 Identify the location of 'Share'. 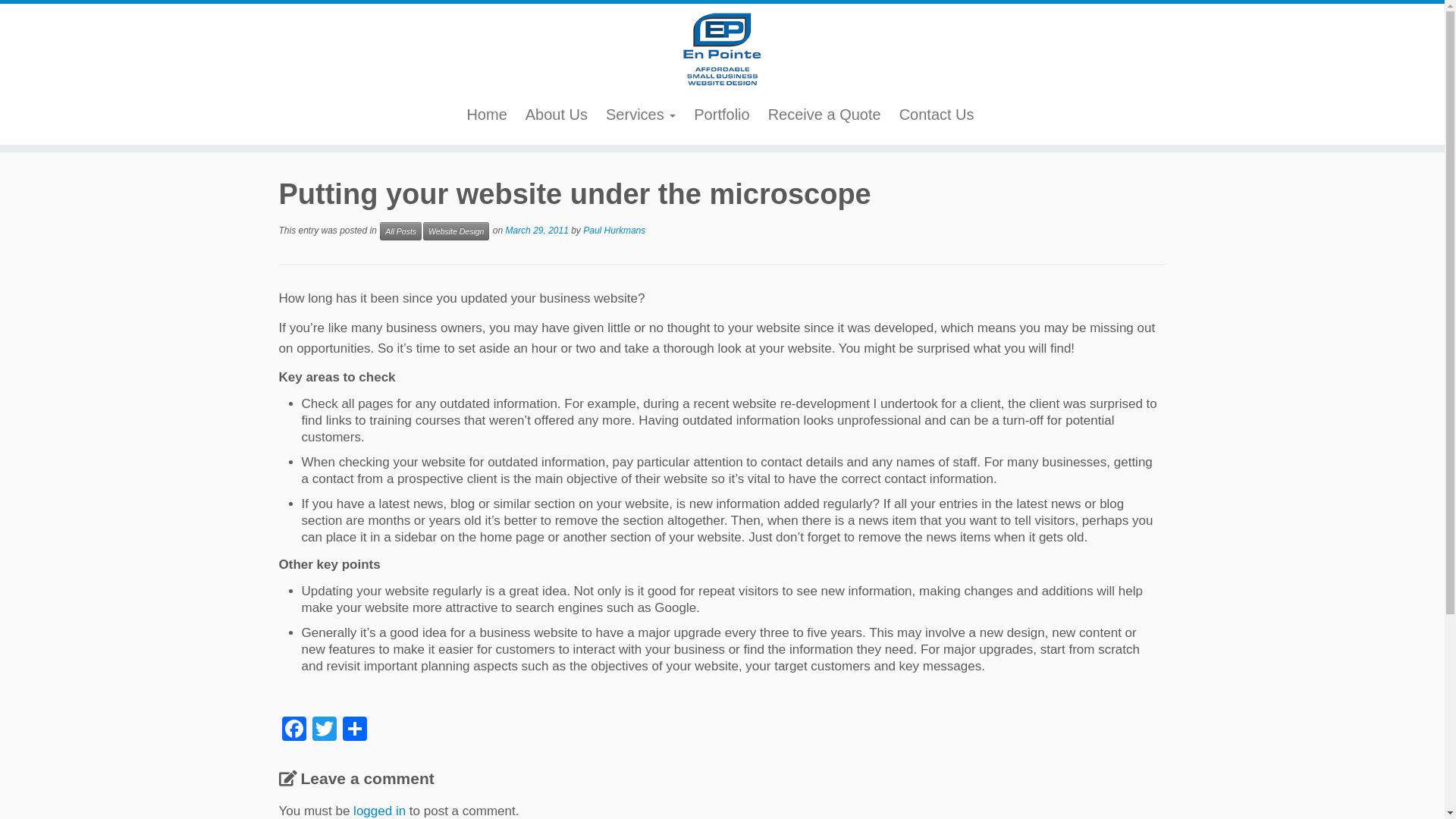
(353, 729).